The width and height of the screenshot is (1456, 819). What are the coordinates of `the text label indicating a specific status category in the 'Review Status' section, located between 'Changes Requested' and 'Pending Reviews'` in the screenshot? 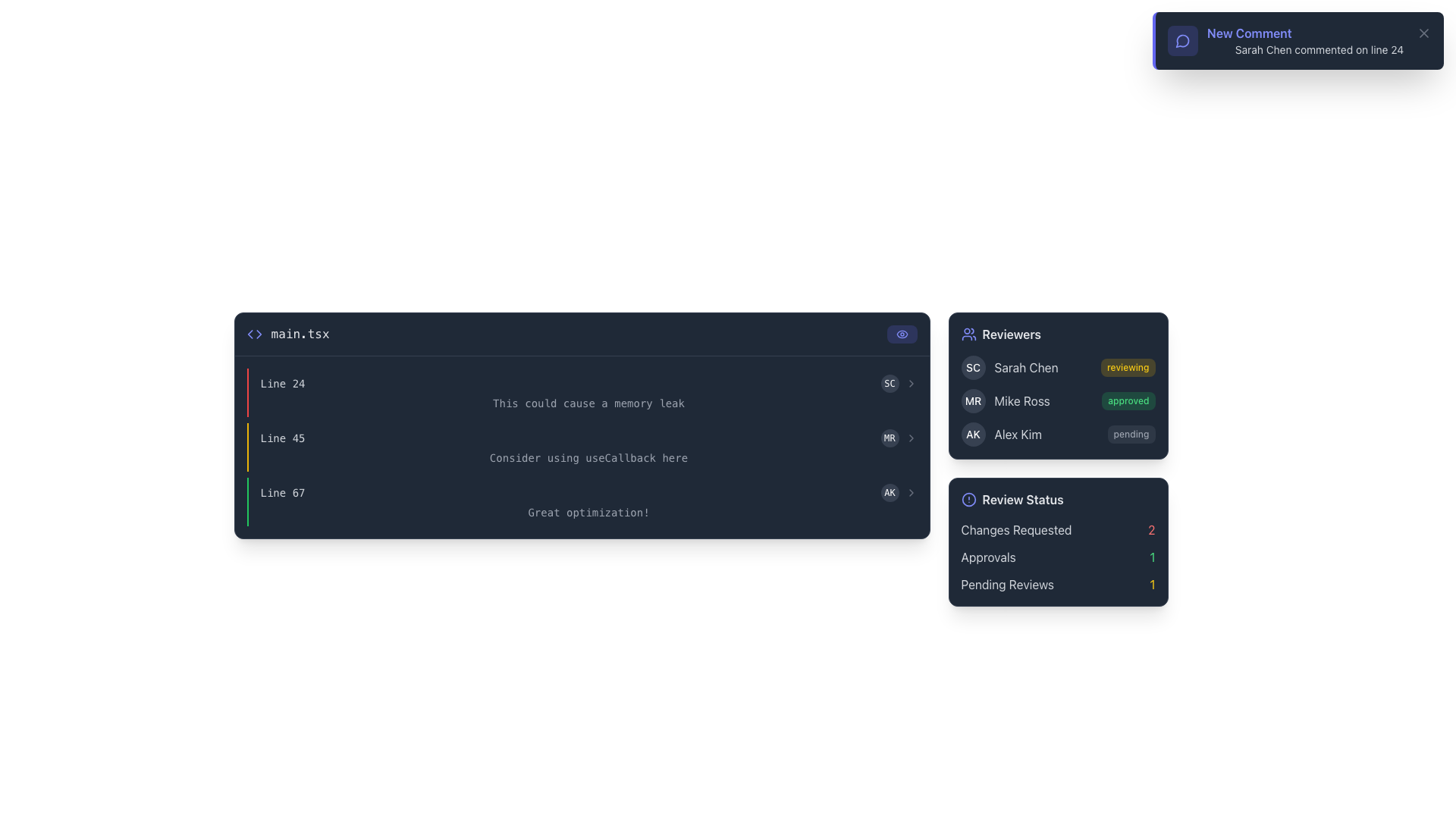 It's located at (988, 557).